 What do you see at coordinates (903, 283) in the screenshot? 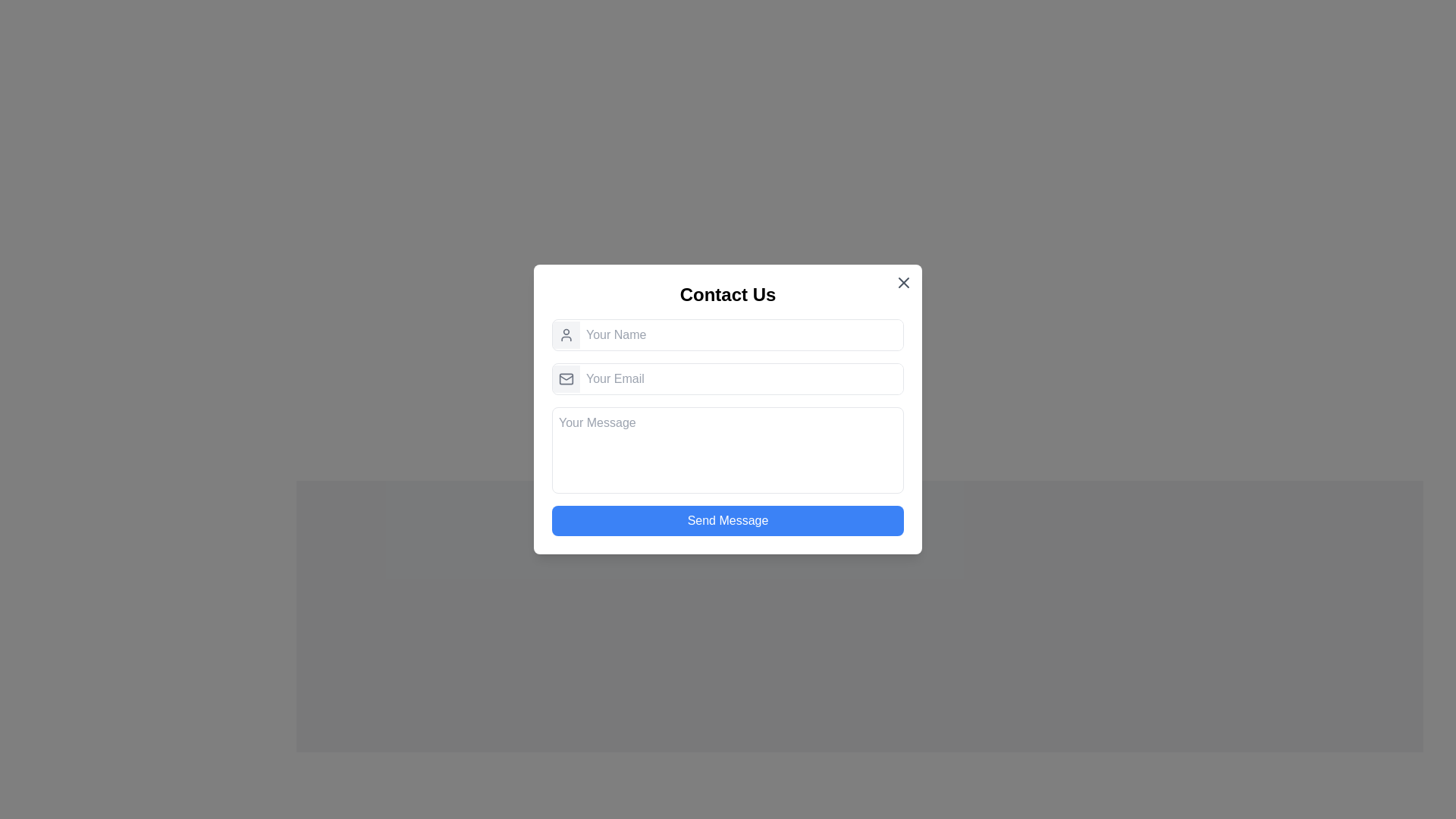
I see `the close button icon represented by a diagonal line forming part of an 'X' symbol in the top-right corner of the 'Contact Us' modal window` at bounding box center [903, 283].